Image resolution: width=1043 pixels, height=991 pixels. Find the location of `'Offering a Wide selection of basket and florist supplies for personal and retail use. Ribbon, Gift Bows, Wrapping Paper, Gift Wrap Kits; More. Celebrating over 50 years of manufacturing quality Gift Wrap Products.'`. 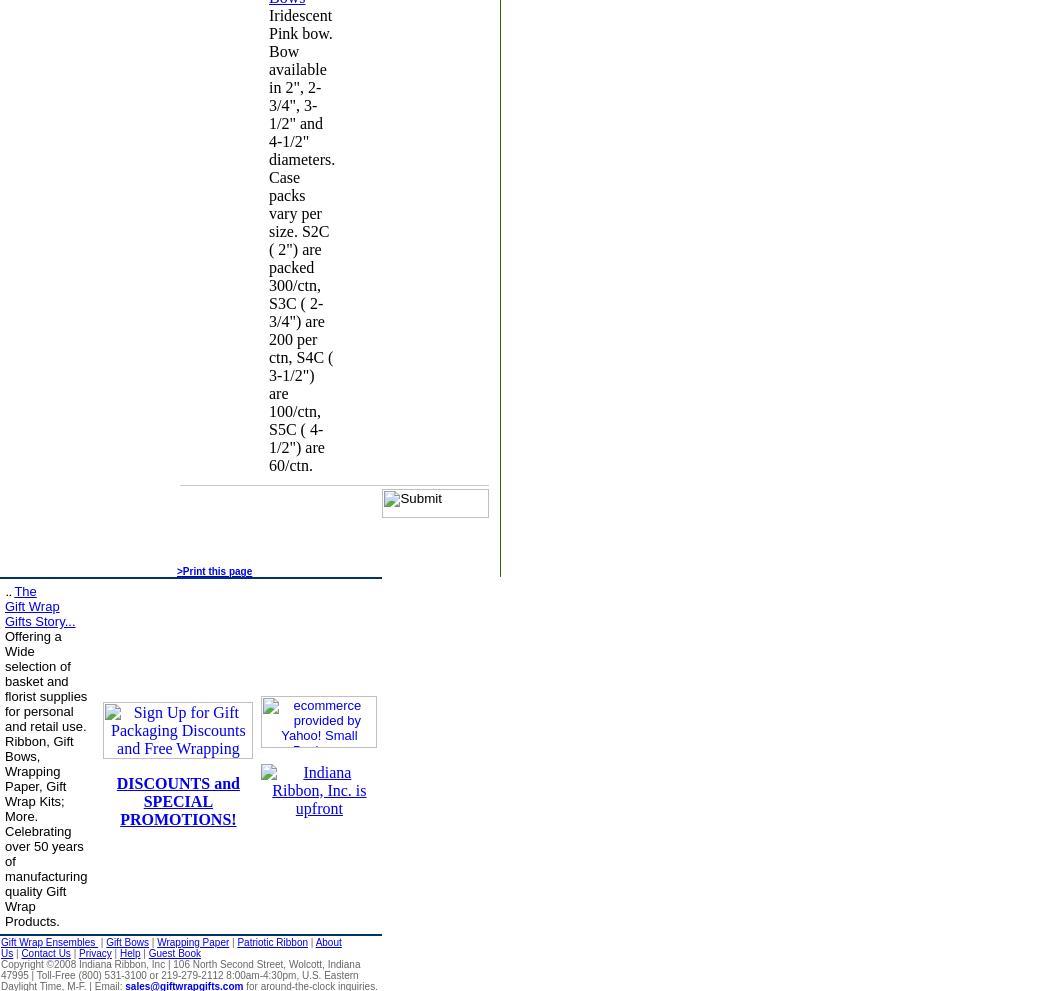

'Offering a Wide selection of basket and florist supplies for personal and retail use. Ribbon, Gift Bows, Wrapping Paper, Gift Wrap Kits; More. Celebrating over 50 years of manufacturing quality Gift Wrap Products.' is located at coordinates (44, 779).